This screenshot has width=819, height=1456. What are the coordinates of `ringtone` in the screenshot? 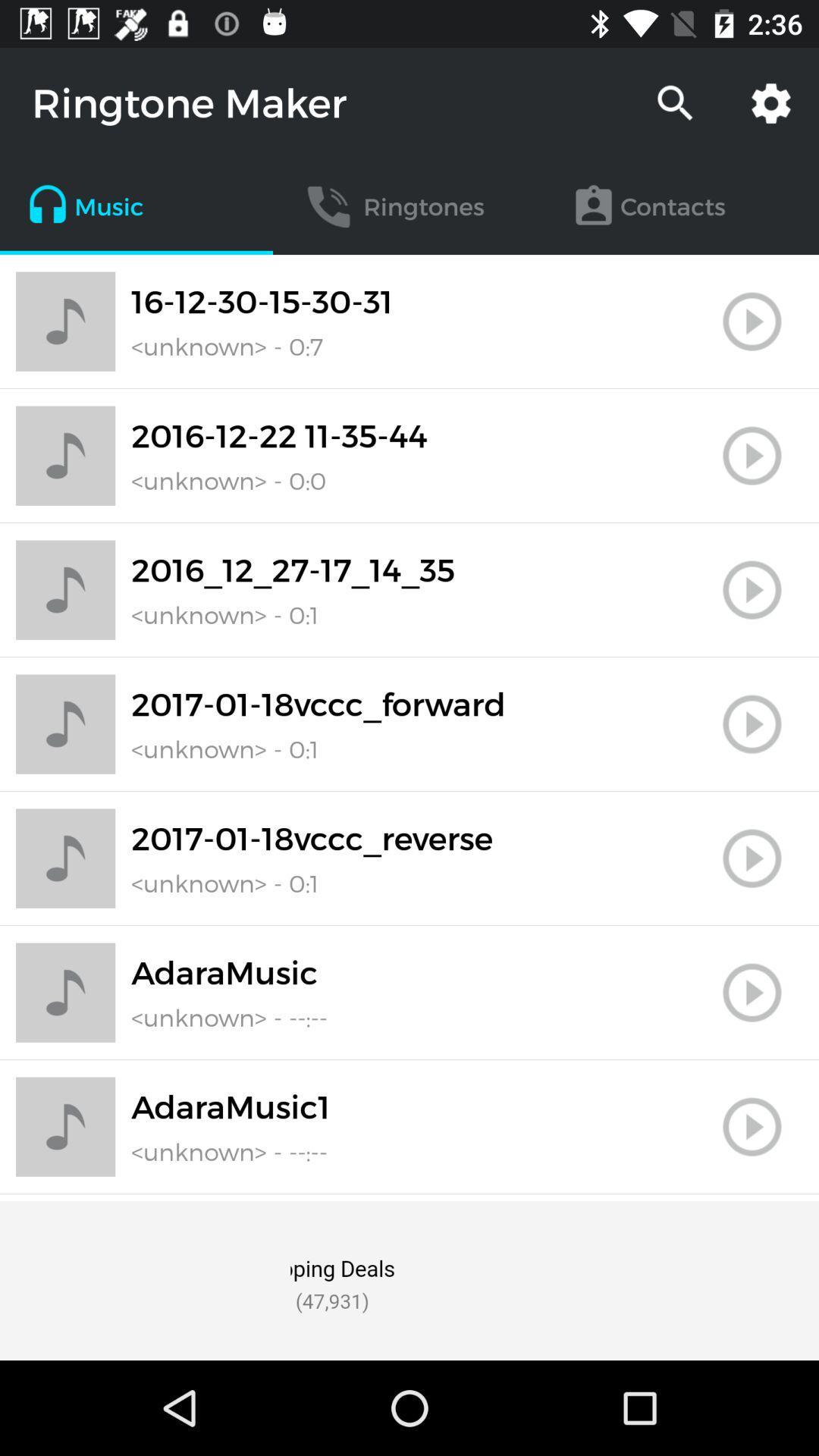 It's located at (752, 858).